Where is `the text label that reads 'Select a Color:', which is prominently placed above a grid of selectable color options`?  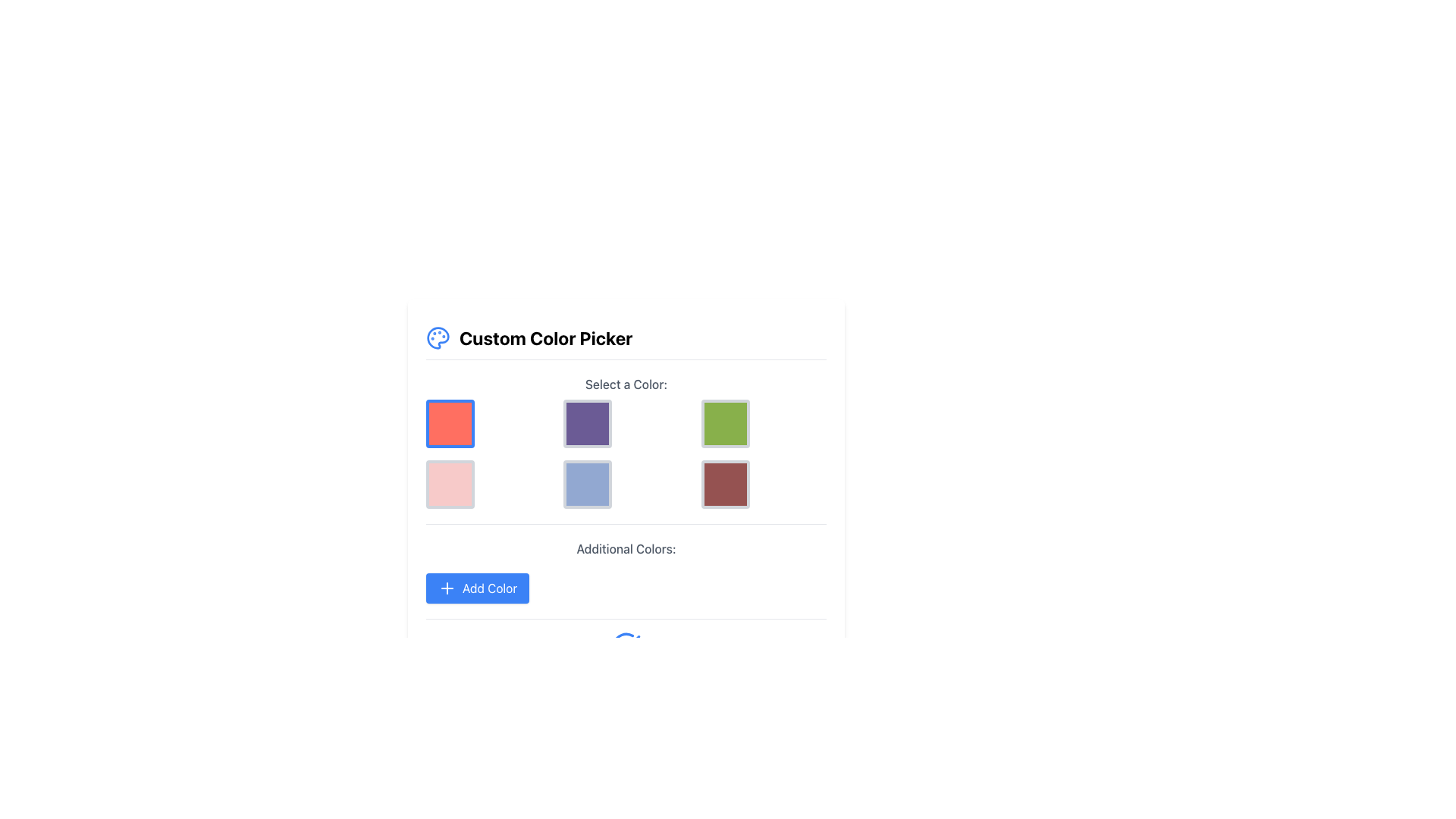
the text label that reads 'Select a Color:', which is prominently placed above a grid of selectable color options is located at coordinates (626, 383).